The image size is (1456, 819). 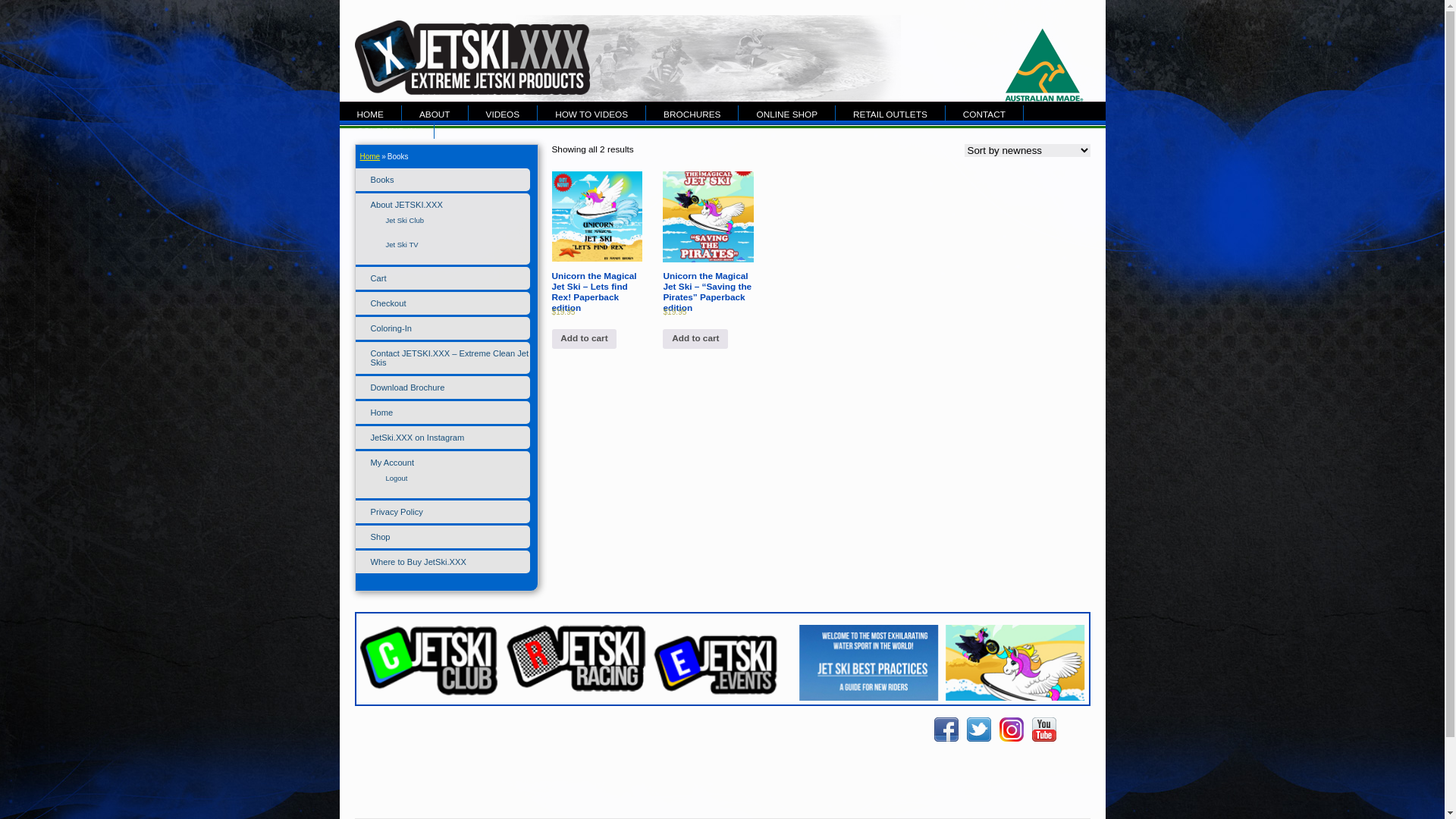 What do you see at coordinates (868, 670) in the screenshot?
I see `'JSBP'` at bounding box center [868, 670].